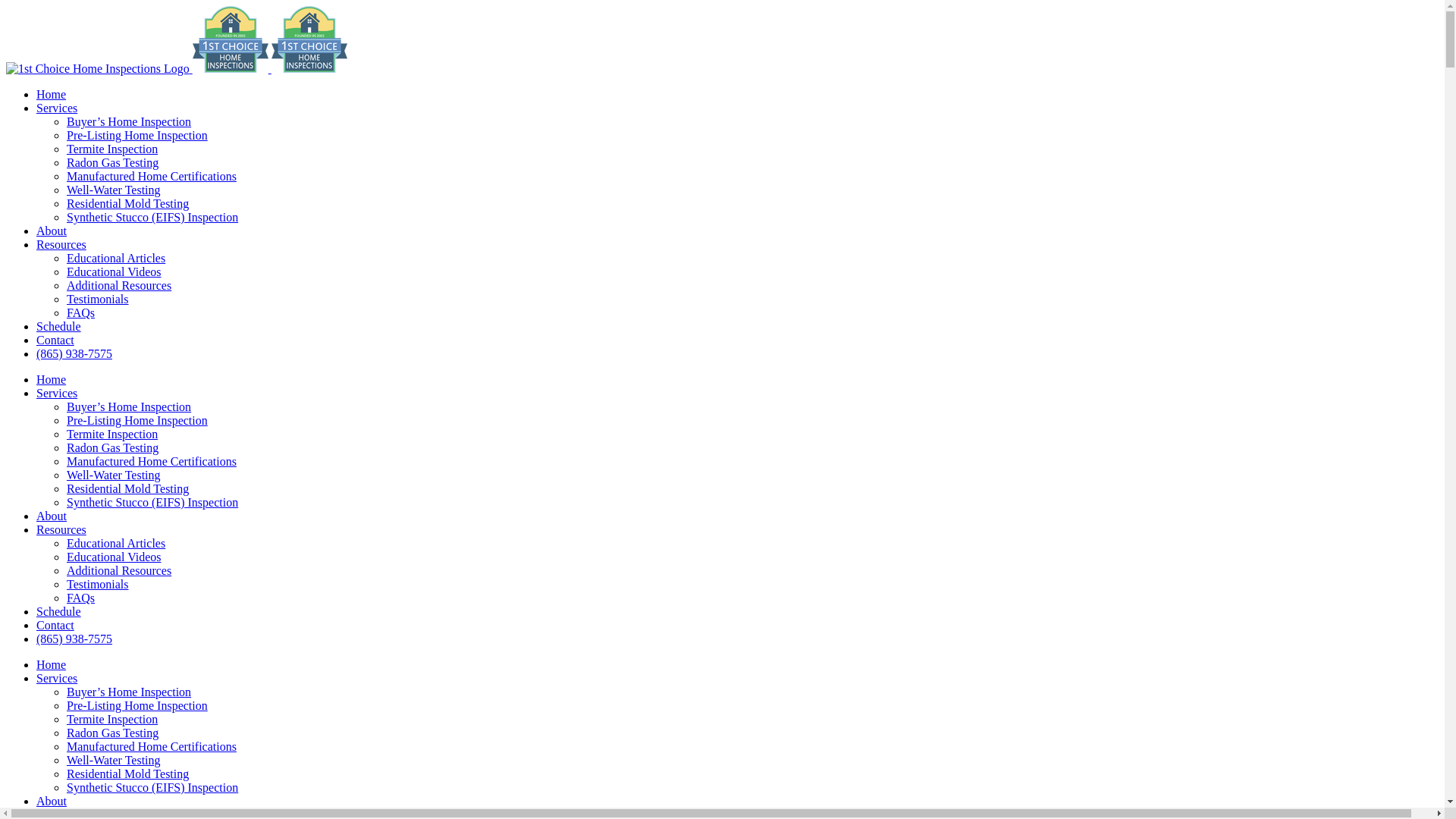 The image size is (1456, 819). What do you see at coordinates (80, 312) in the screenshot?
I see `'FAQs'` at bounding box center [80, 312].